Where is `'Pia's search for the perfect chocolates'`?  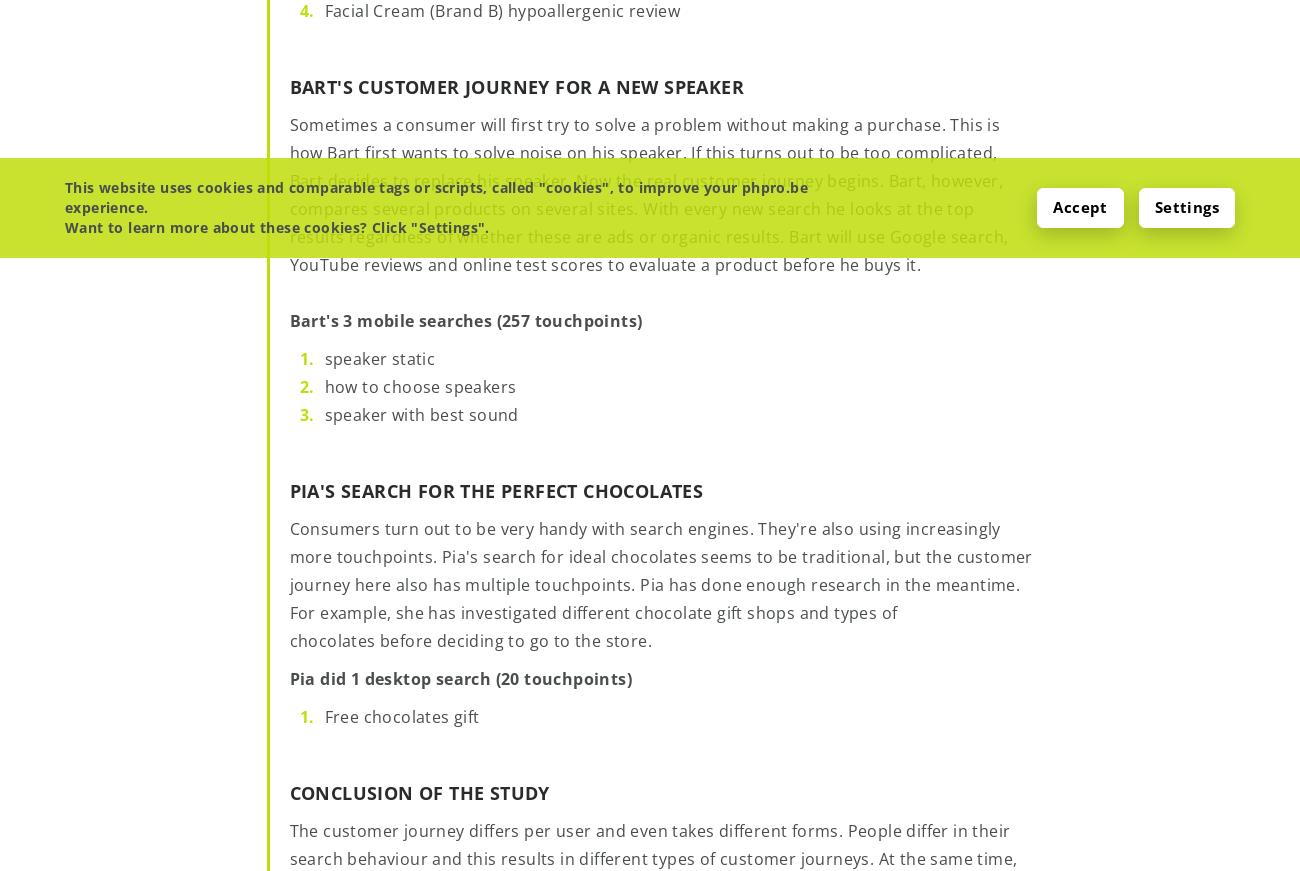 'Pia's search for the perfect chocolates' is located at coordinates (495, 490).